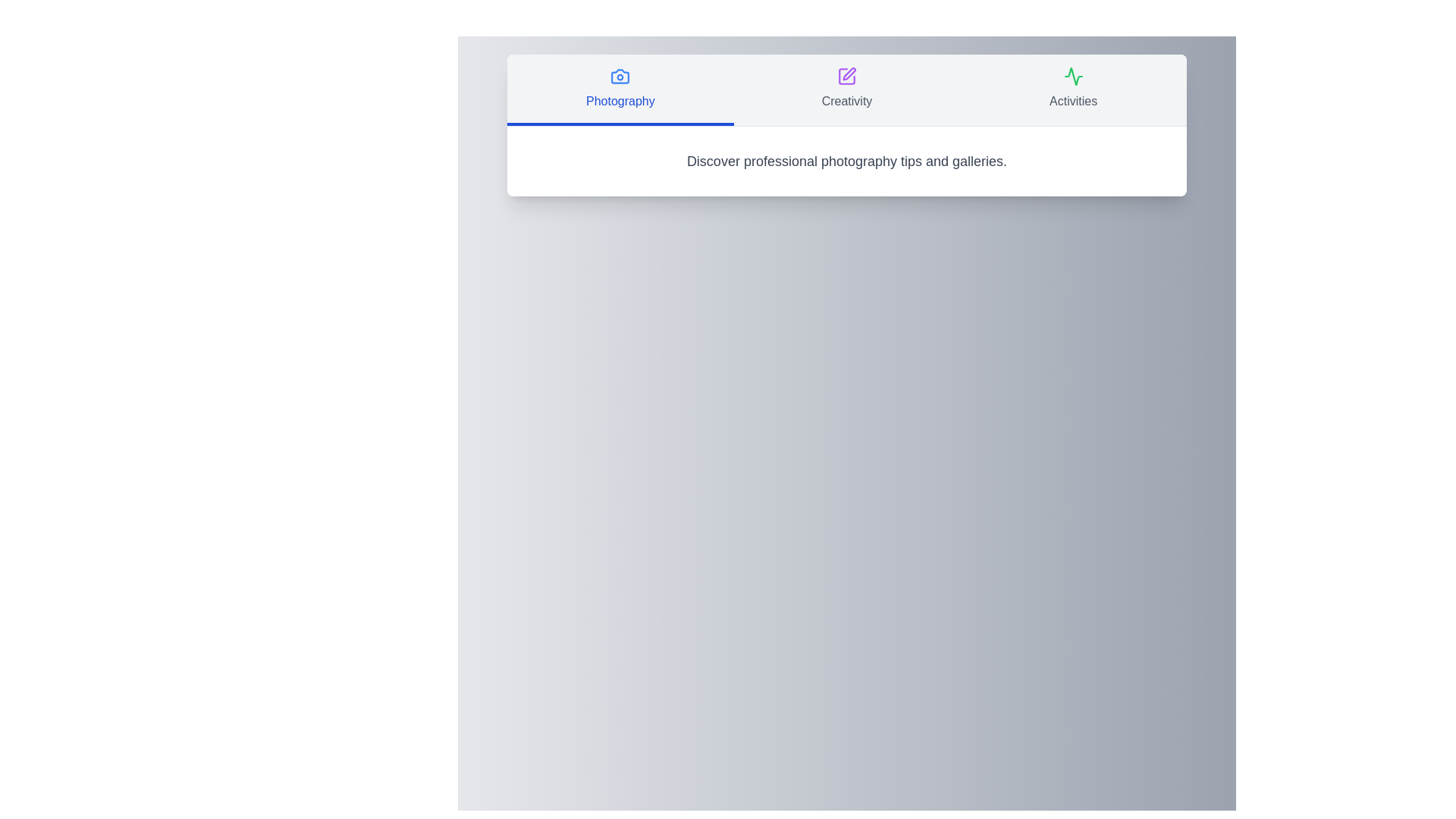 The height and width of the screenshot is (819, 1456). I want to click on the tab labeled Photography, so click(620, 90).